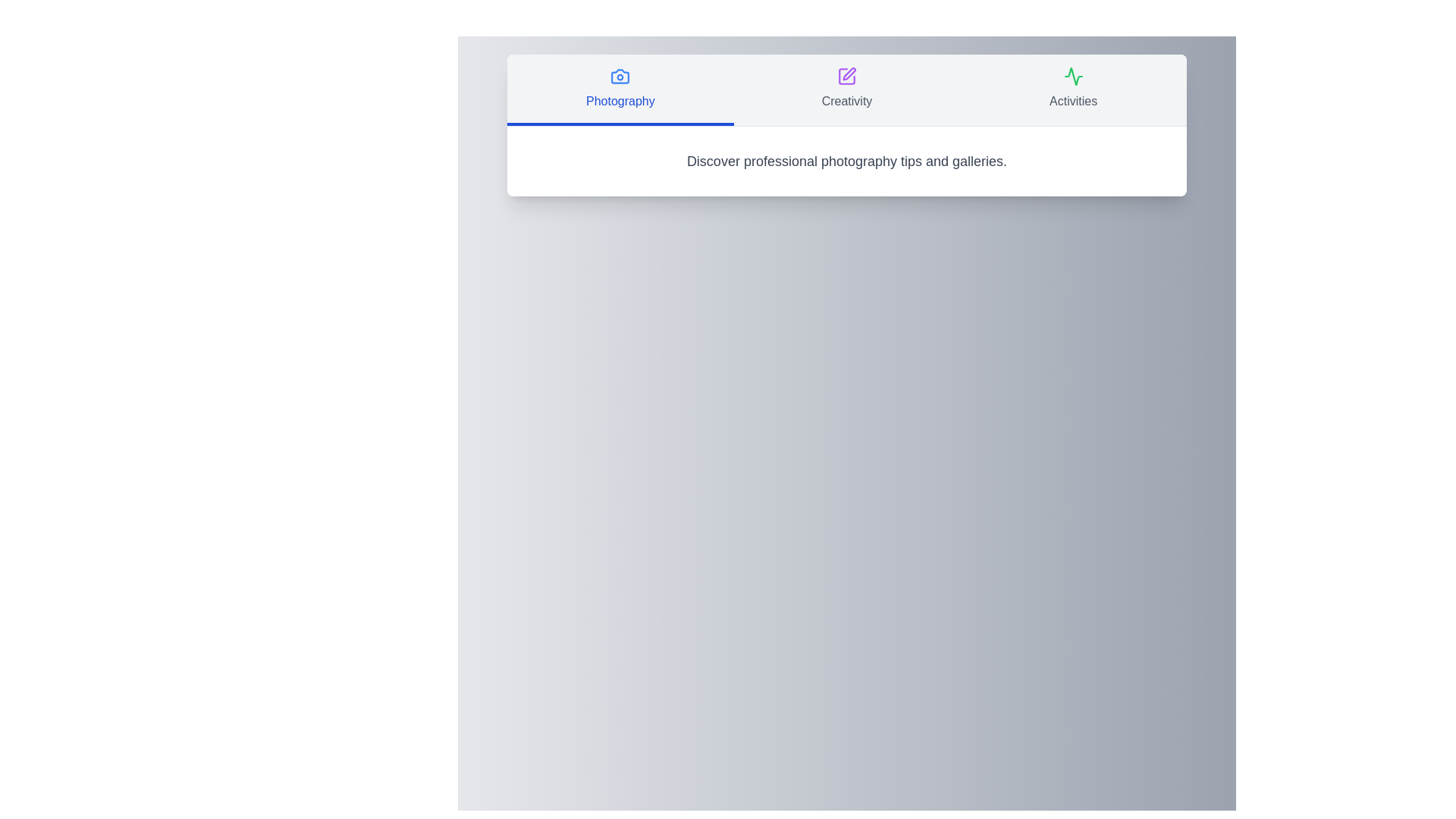 The height and width of the screenshot is (819, 1456). I want to click on the tab labeled Photography, so click(620, 90).